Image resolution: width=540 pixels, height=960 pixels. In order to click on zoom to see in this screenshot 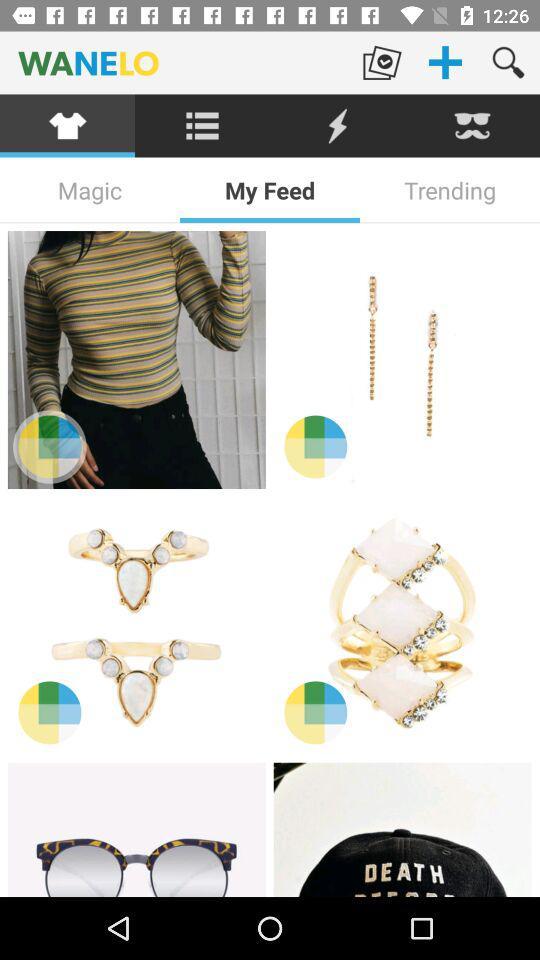, I will do `click(49, 446)`.